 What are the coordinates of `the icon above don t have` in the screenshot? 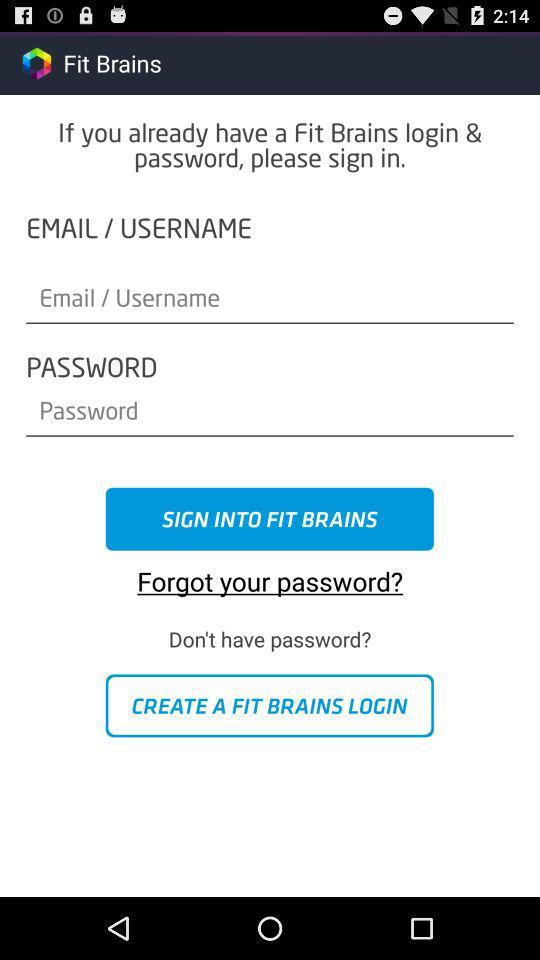 It's located at (270, 574).